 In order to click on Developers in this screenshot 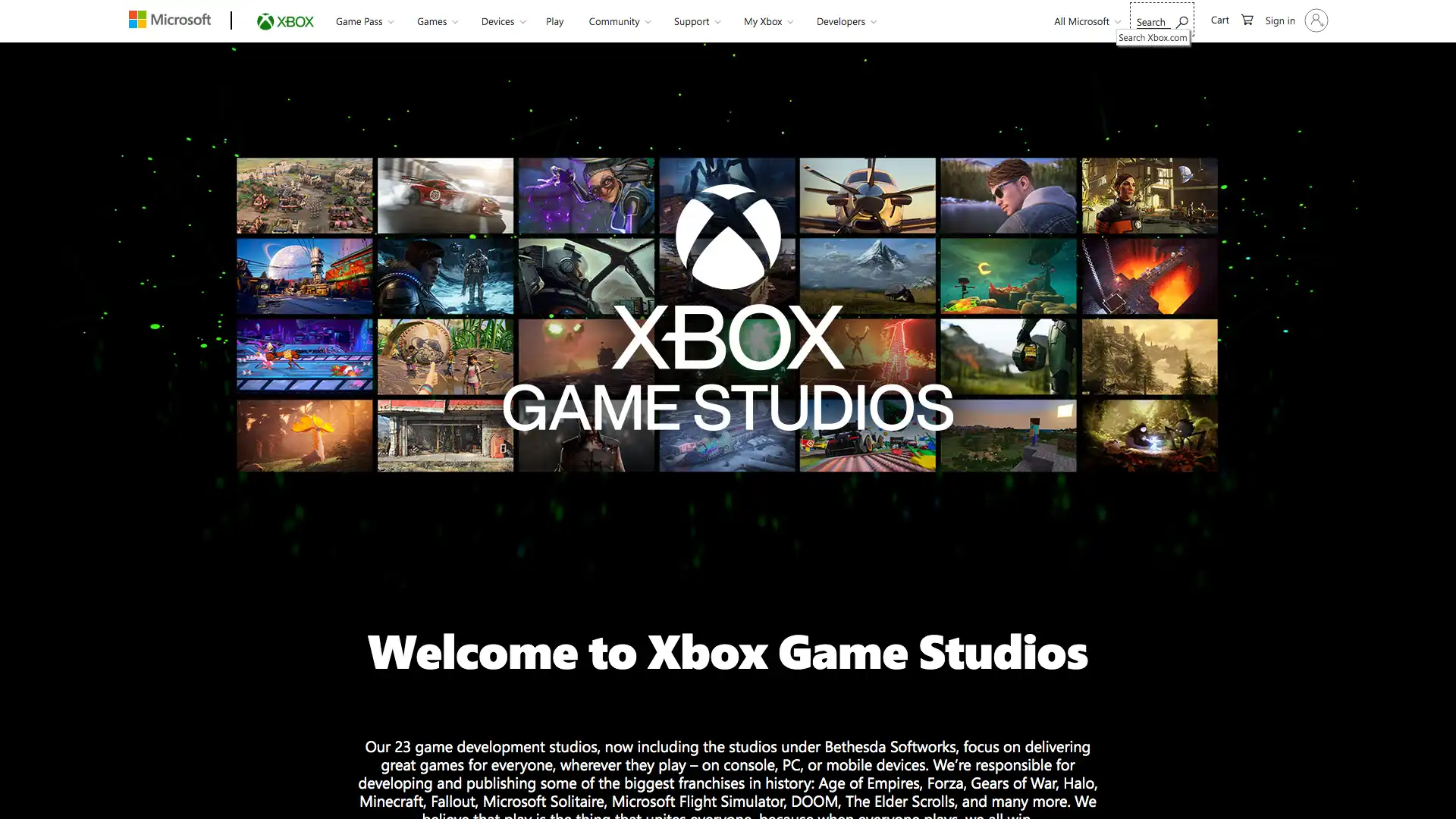, I will do `click(845, 20)`.